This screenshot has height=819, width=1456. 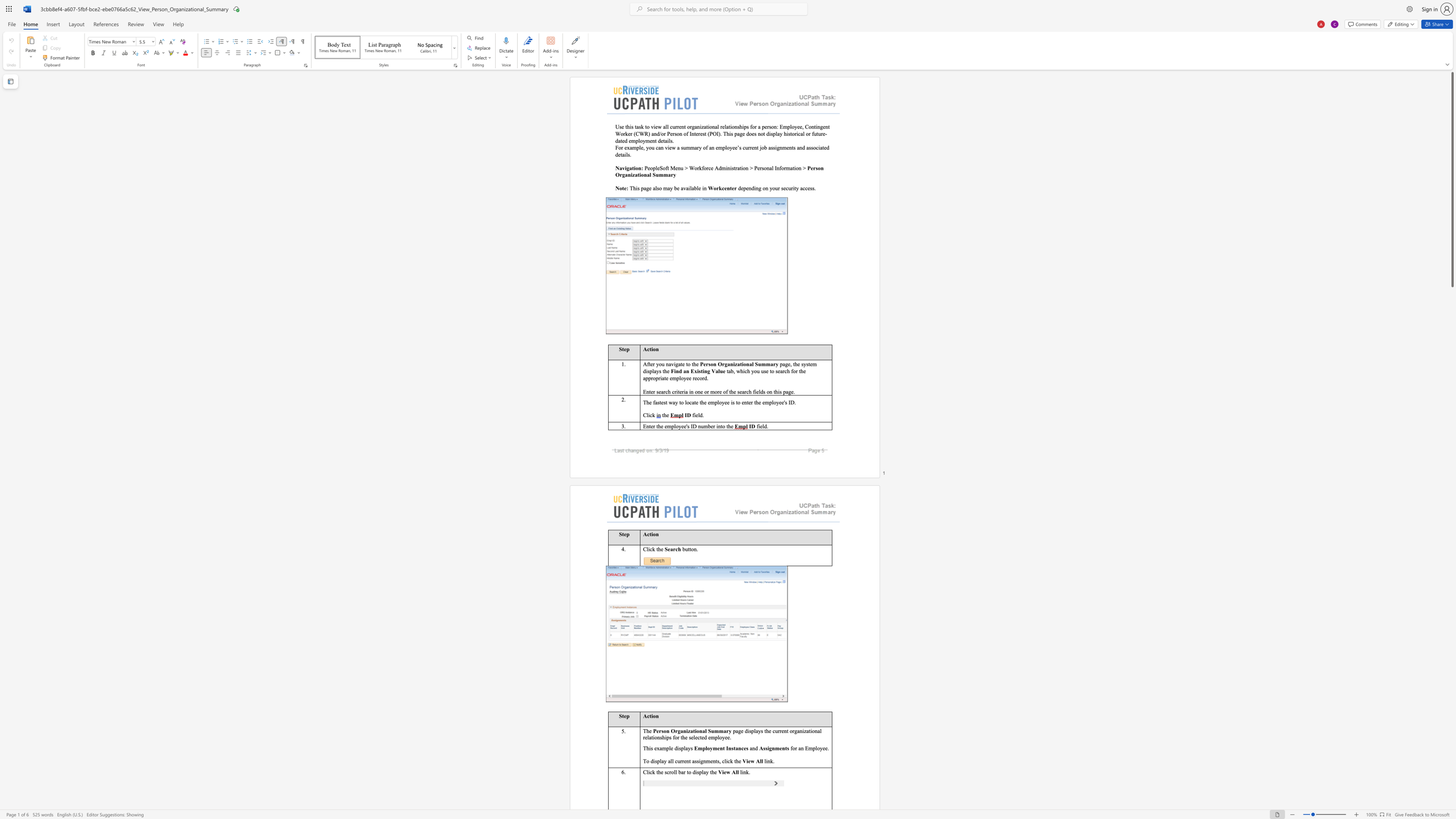 I want to click on the subset text "n Employee. To display all current assignments, clic" within the text "for an Employee. To display all current assignments, click the", so click(x=800, y=747).